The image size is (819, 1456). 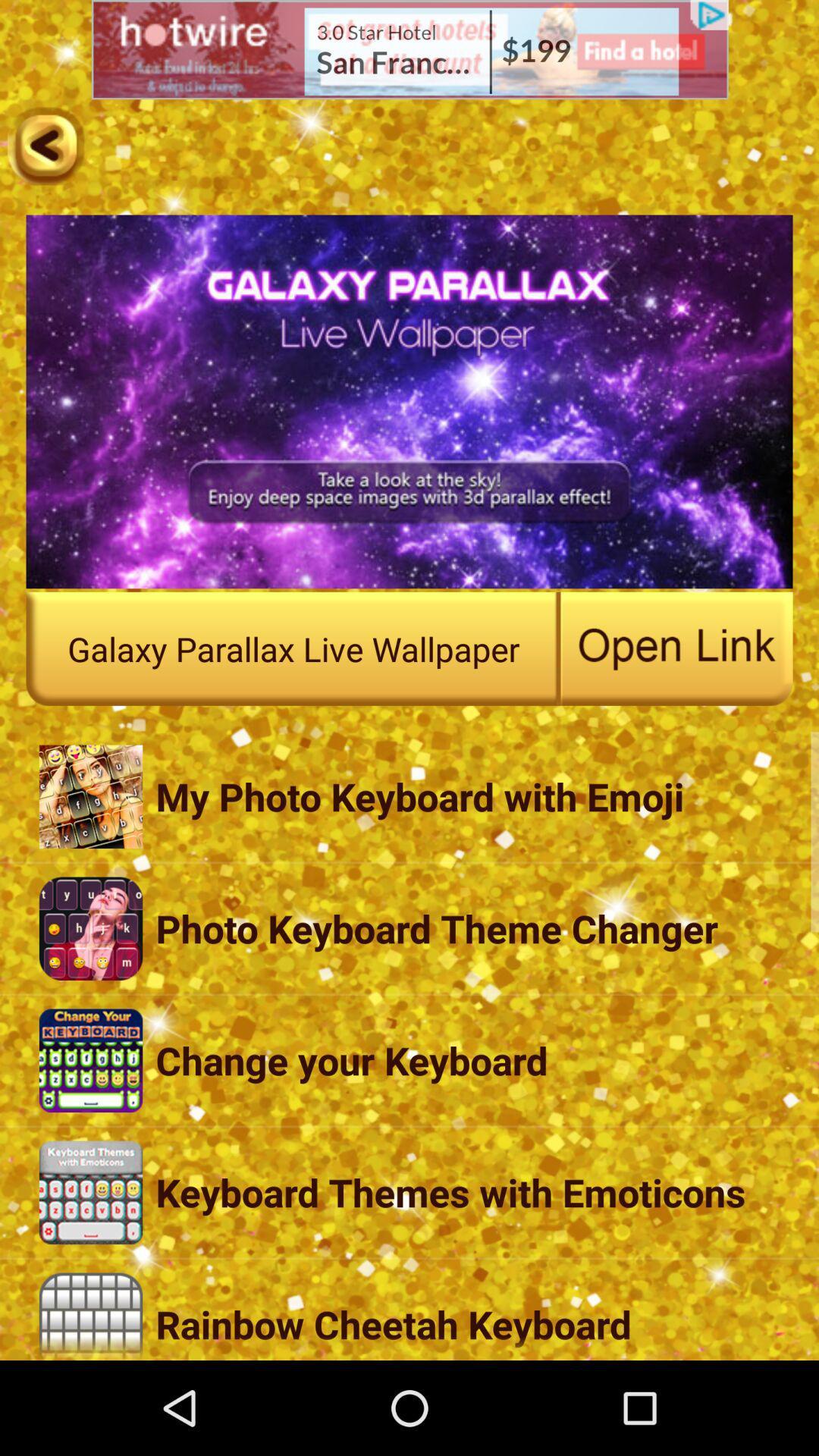 What do you see at coordinates (45, 146) in the screenshot?
I see `photo editor app` at bounding box center [45, 146].